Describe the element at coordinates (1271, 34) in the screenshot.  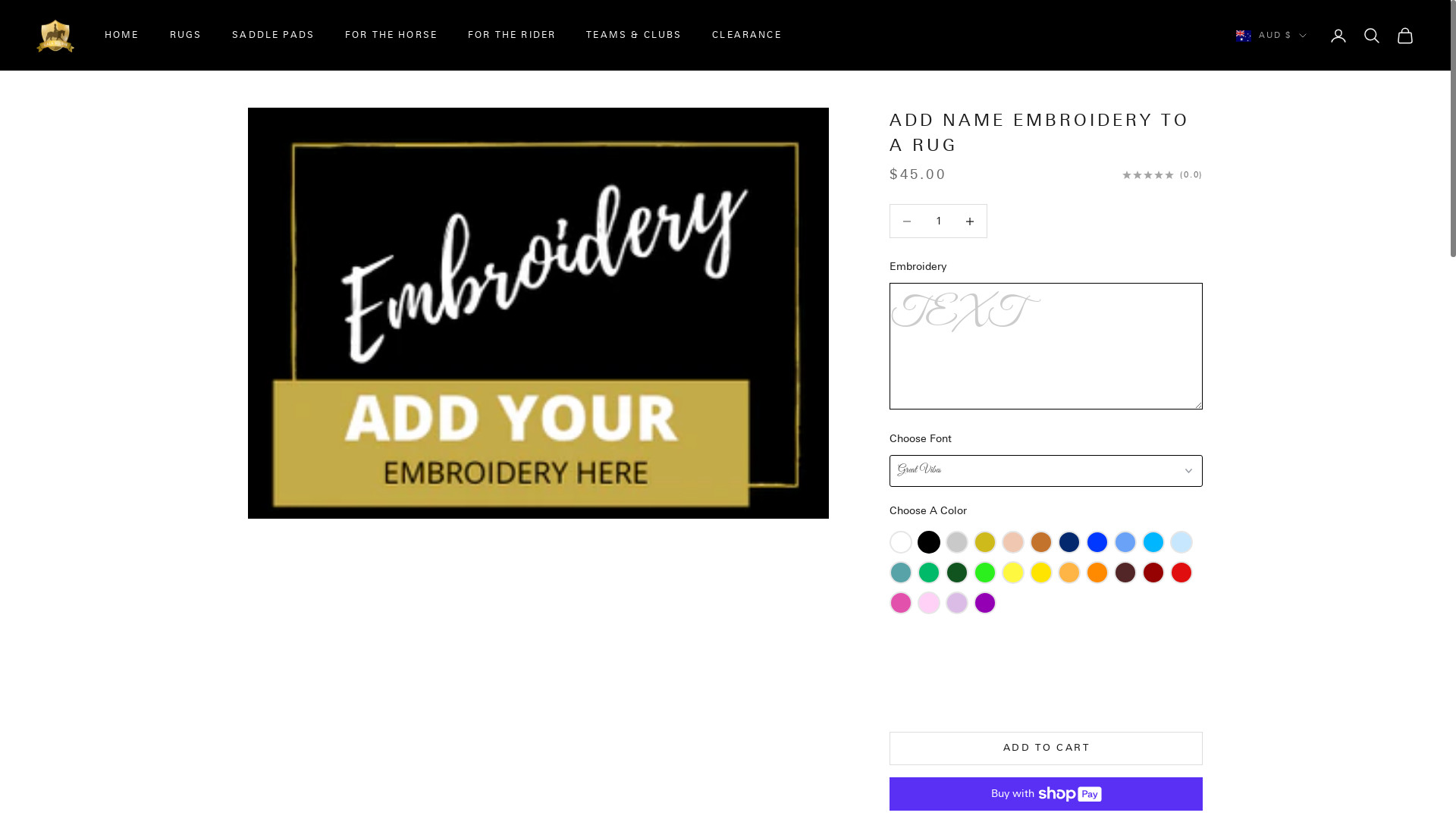
I see `'AUD $'` at that location.